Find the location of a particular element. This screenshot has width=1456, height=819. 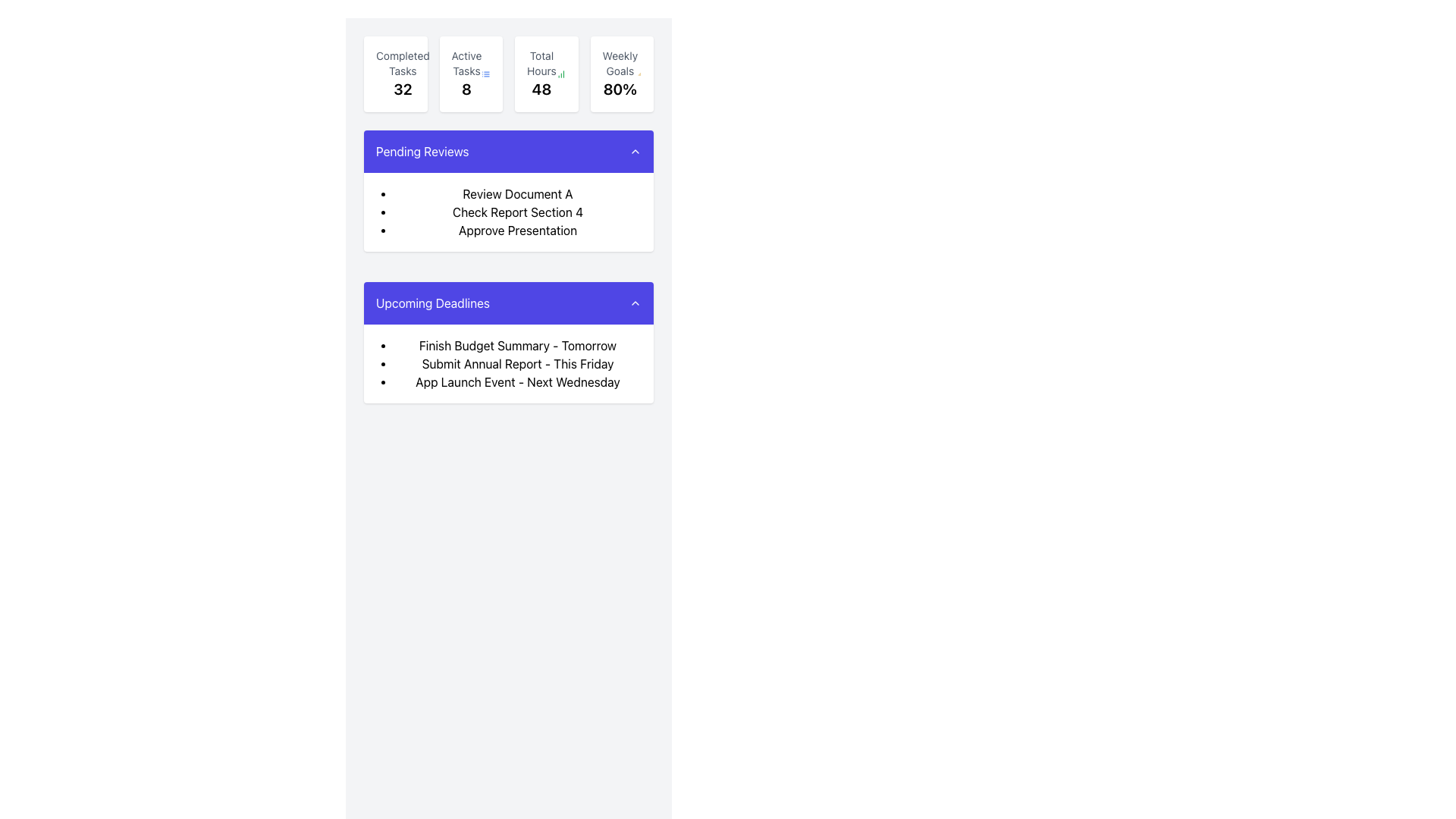

the 'Completed Tasks' label, which is styled with a small-sized gray font and is positioned at the top-left of a statistics section card is located at coordinates (403, 63).